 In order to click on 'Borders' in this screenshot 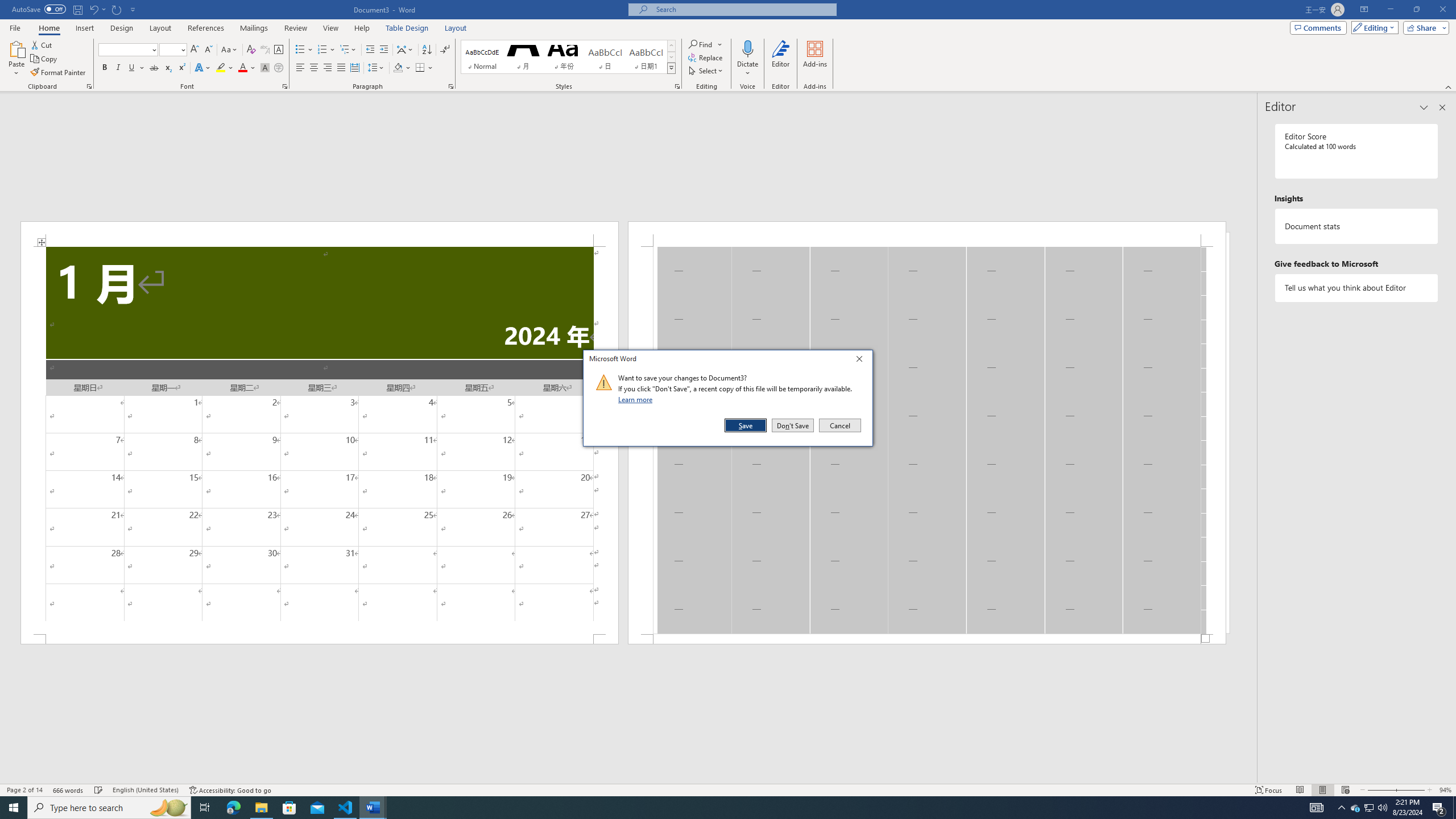, I will do `click(424, 67)`.